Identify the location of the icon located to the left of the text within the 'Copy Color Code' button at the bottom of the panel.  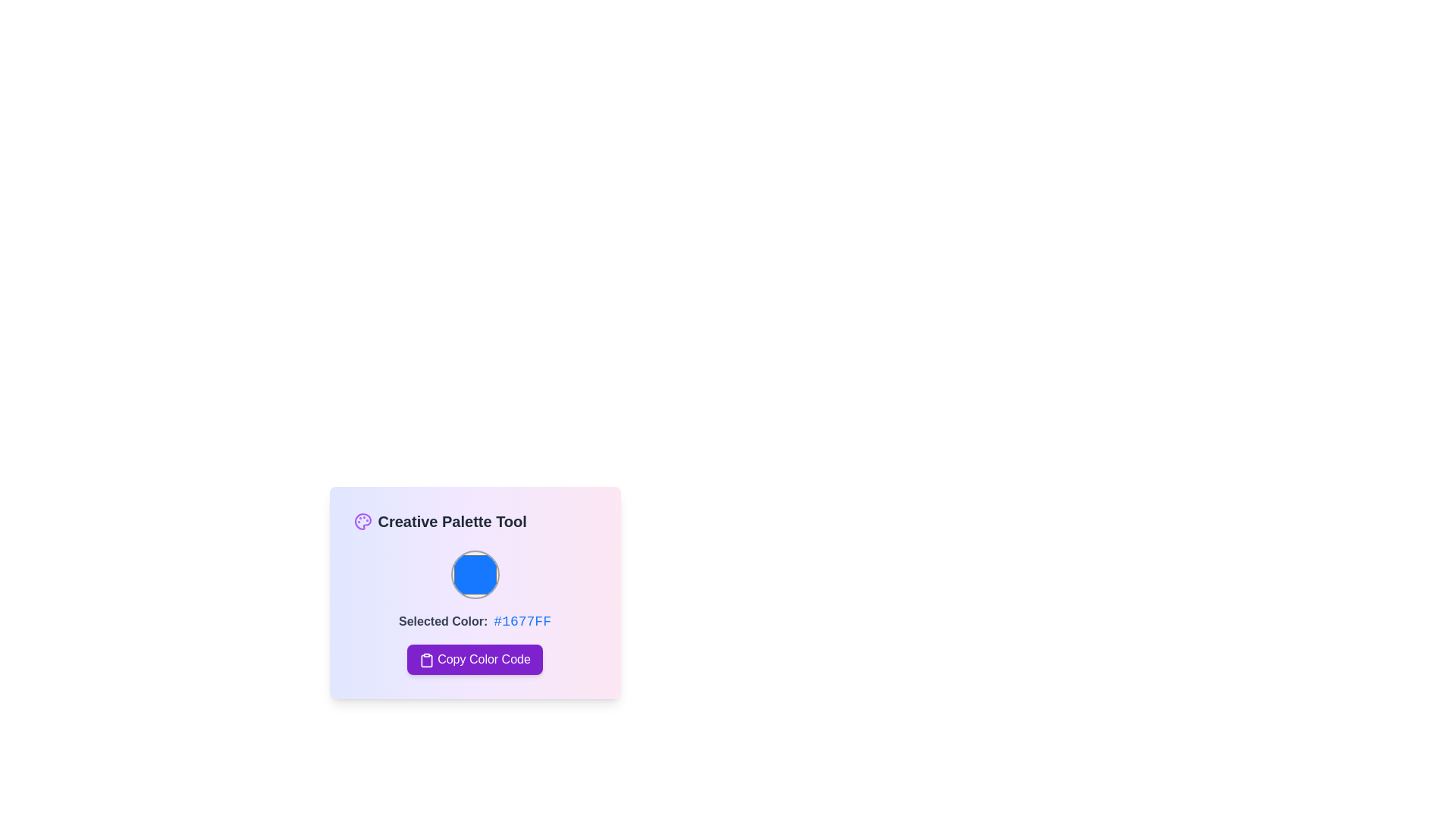
(426, 659).